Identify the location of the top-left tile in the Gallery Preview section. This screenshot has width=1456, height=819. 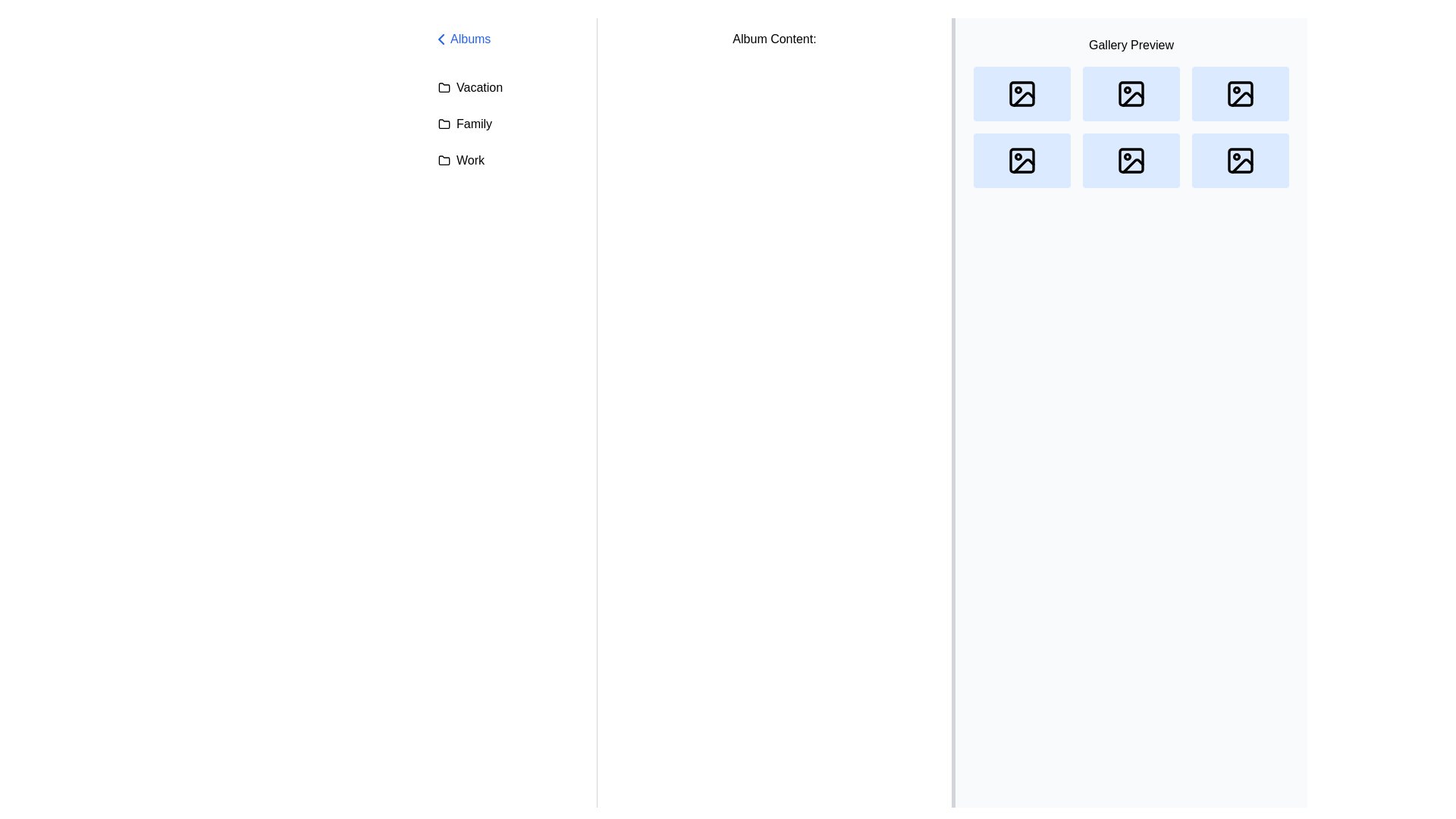
(1022, 93).